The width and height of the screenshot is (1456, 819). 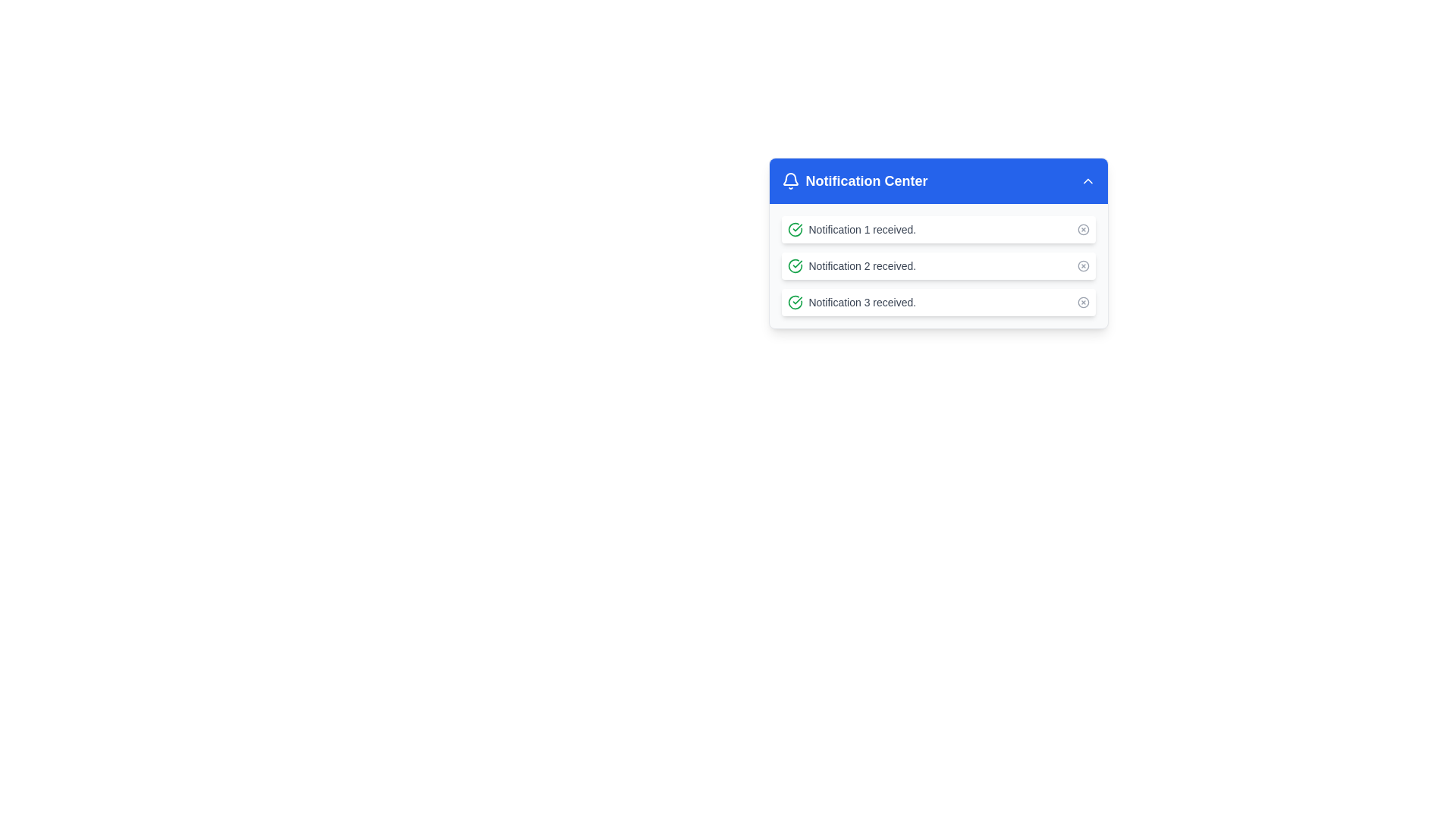 I want to click on message from the notification labeled 'Notification 1 received.' which is the first notification in the Notification Center, so click(x=852, y=230).